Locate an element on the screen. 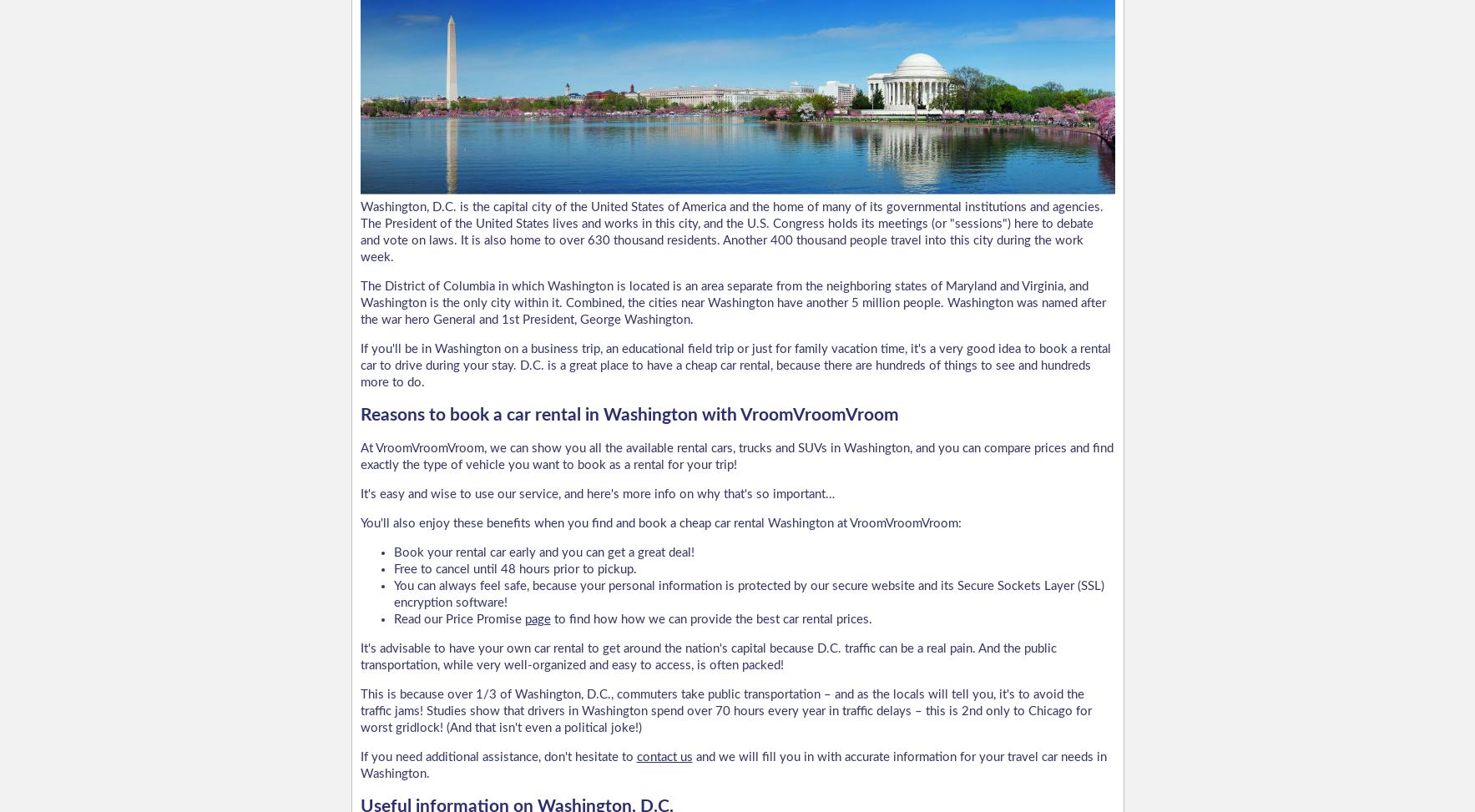 The image size is (1475, 812). 'This is because over 1/3 of Washington, D.C., commuters take public transportation – and as the locals will tell you, it's to avoid the traffic jams! Studies show that drivers in Washington spend over 70 hours every year in traffic delays – this is 2nd only to Chicago for worst gridlock! (And that isn't even a political joke!)' is located at coordinates (359, 710).